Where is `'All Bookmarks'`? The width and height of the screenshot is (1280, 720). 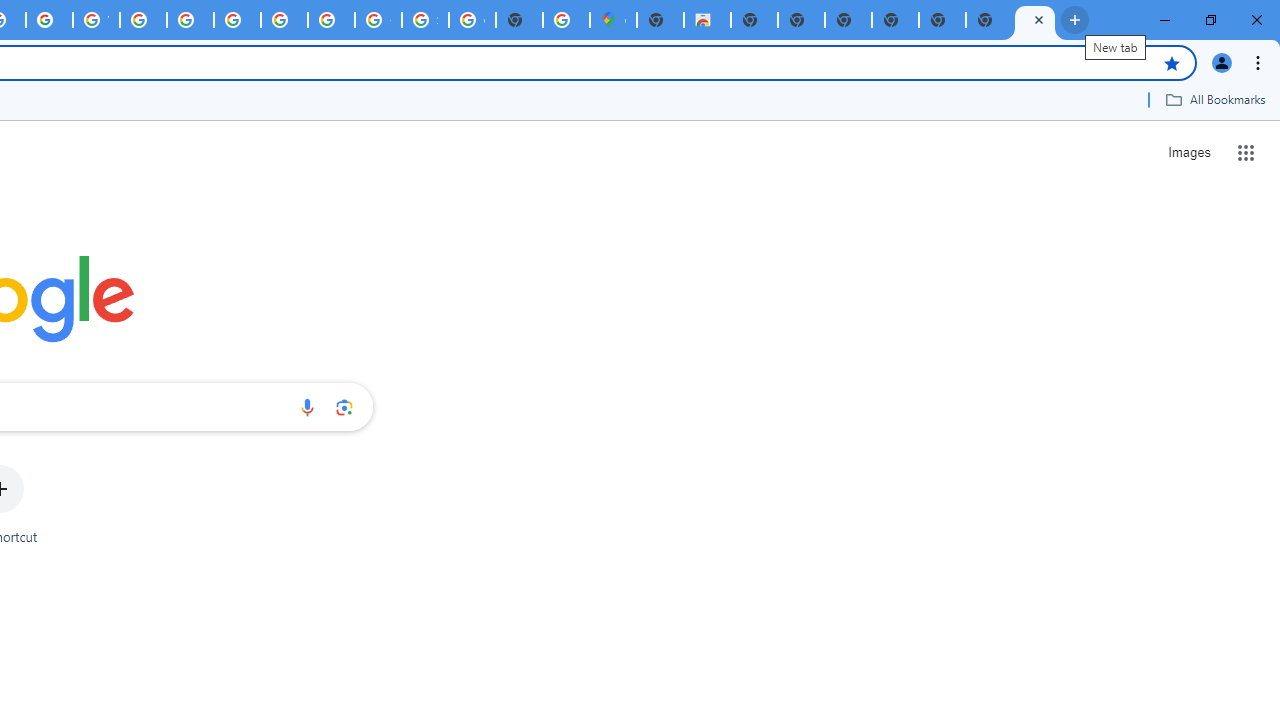 'All Bookmarks' is located at coordinates (1214, 99).